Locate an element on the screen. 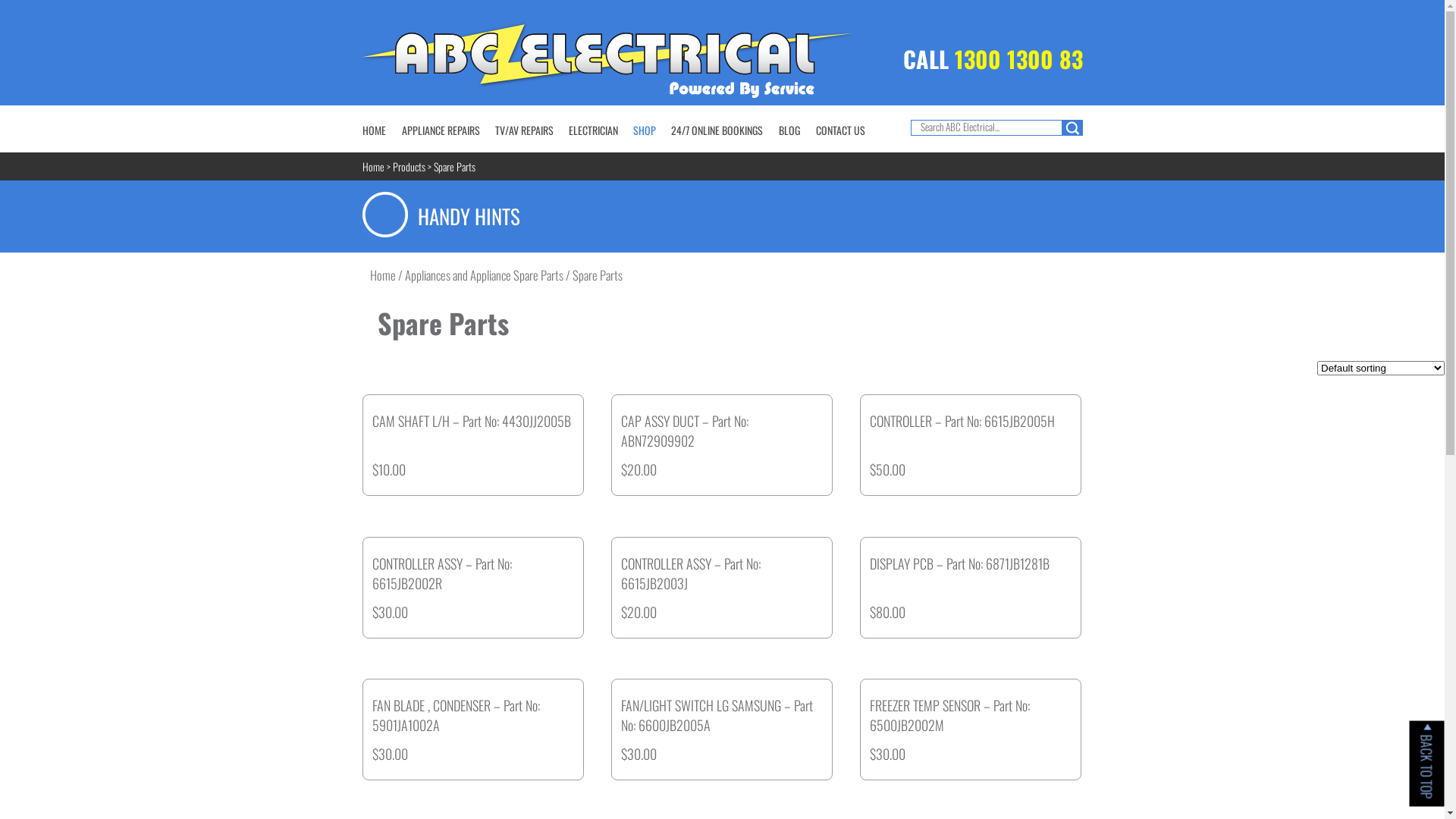 This screenshot has height=819, width=1456. 'Products' is located at coordinates (393, 166).